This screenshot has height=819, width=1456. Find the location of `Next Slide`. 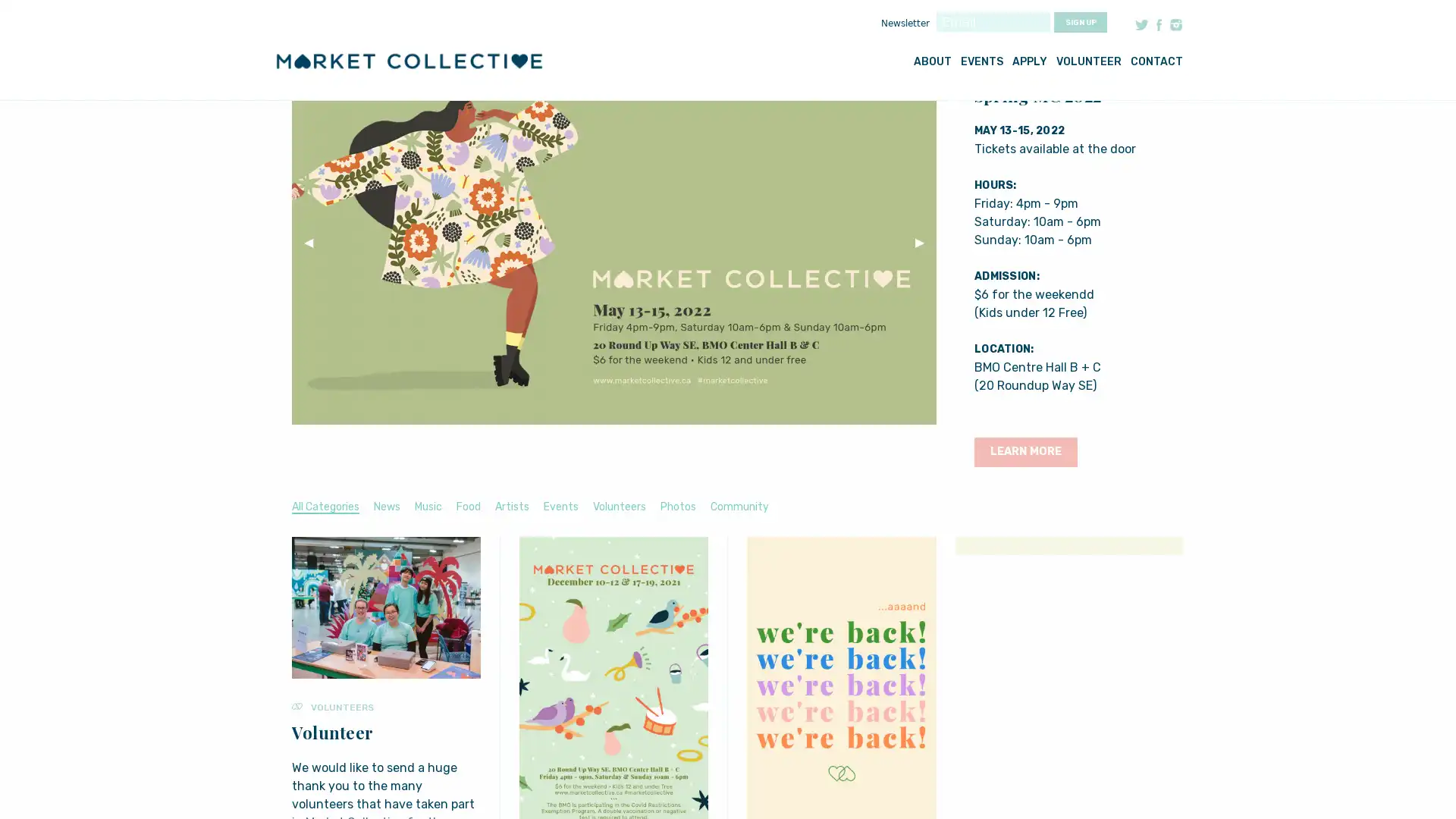

Next Slide is located at coordinates (919, 242).